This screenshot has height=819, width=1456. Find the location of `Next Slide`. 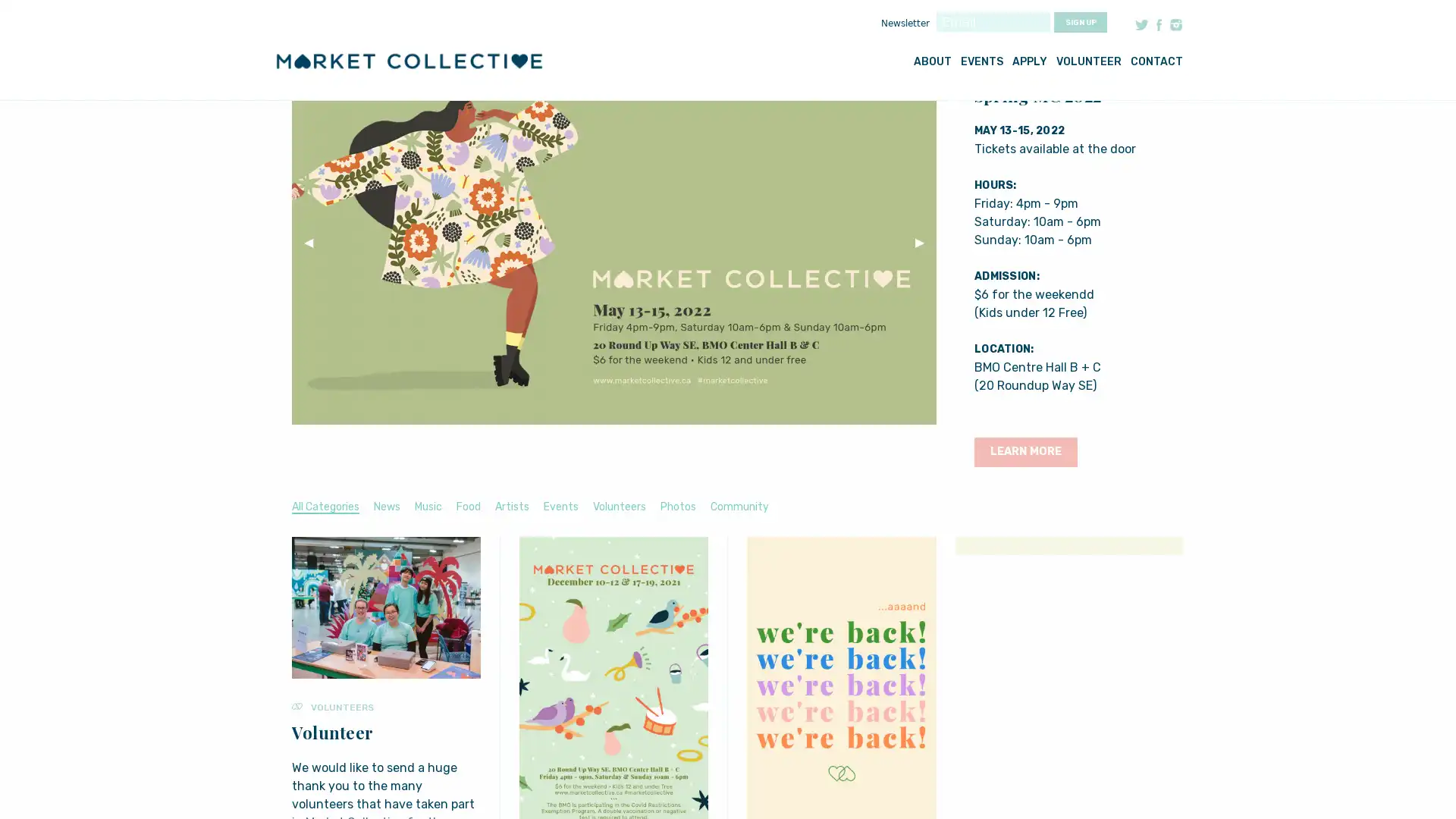

Next Slide is located at coordinates (919, 242).